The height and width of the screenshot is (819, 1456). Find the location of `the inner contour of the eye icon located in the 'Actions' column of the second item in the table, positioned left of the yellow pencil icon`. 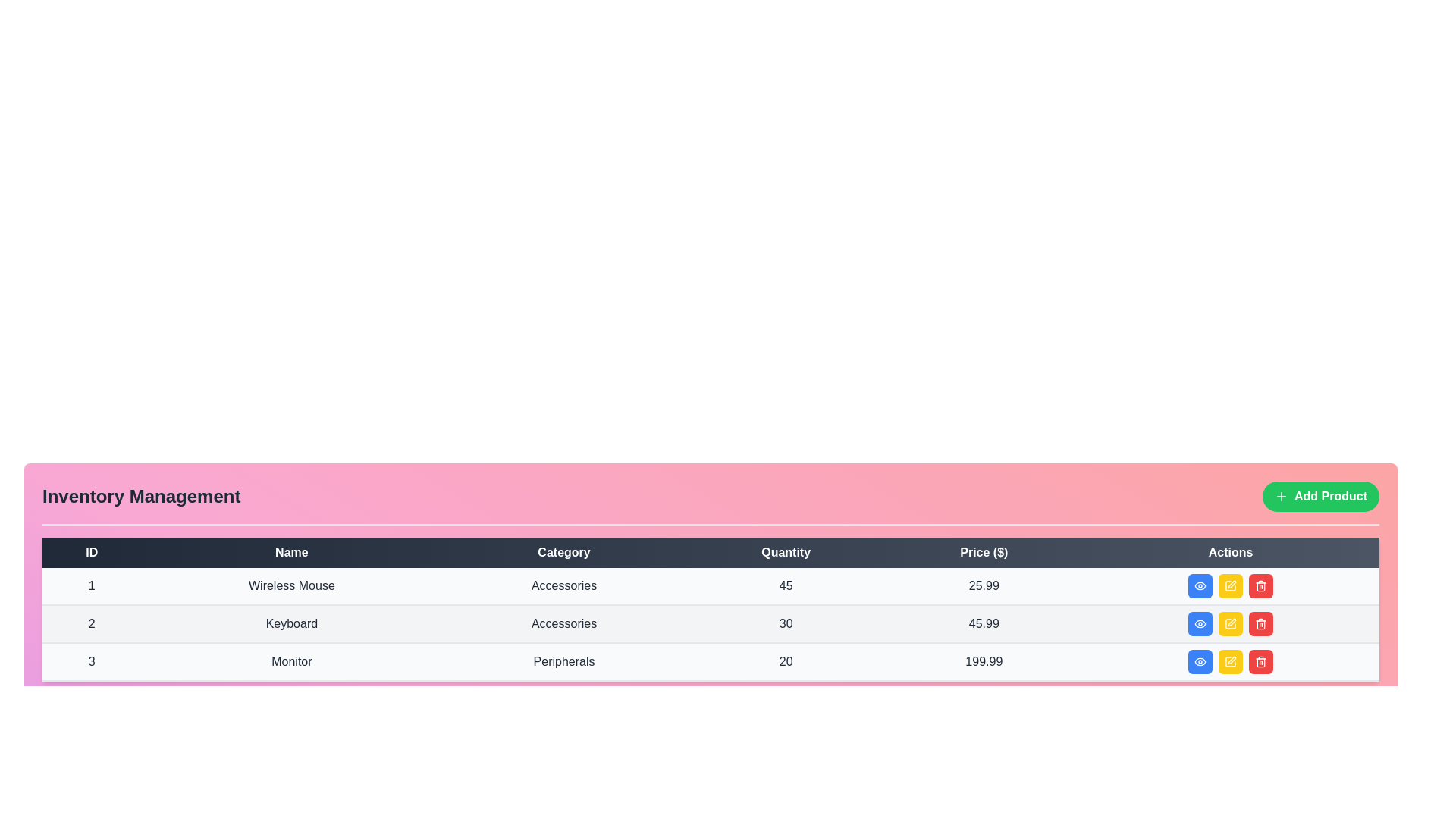

the inner contour of the eye icon located in the 'Actions' column of the second item in the table, positioned left of the yellow pencil icon is located at coordinates (1200, 661).